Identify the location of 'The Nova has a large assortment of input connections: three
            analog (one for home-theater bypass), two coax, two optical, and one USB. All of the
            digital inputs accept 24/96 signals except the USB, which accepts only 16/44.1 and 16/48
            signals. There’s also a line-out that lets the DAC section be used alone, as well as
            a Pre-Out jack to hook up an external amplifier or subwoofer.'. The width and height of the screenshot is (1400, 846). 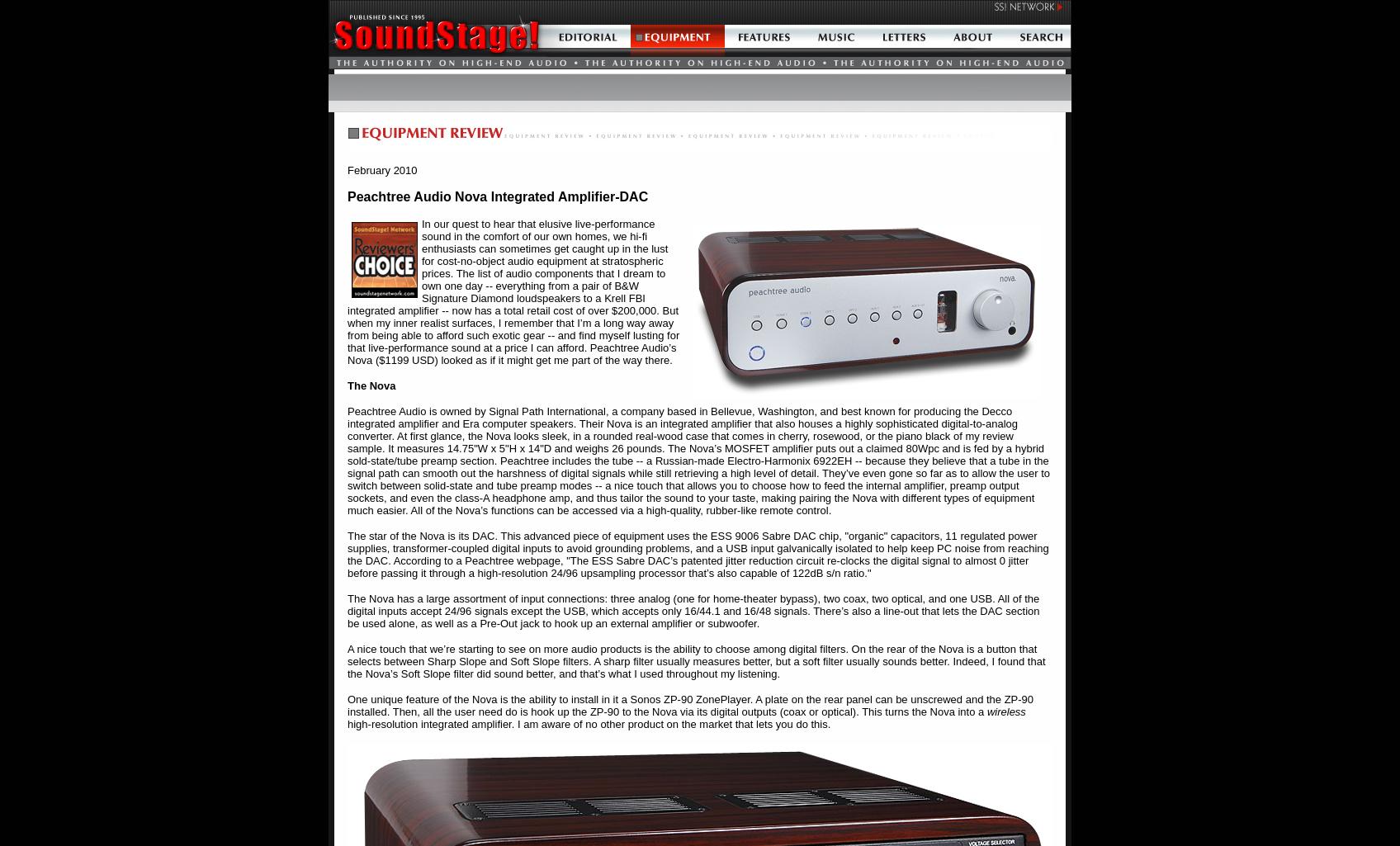
(693, 610).